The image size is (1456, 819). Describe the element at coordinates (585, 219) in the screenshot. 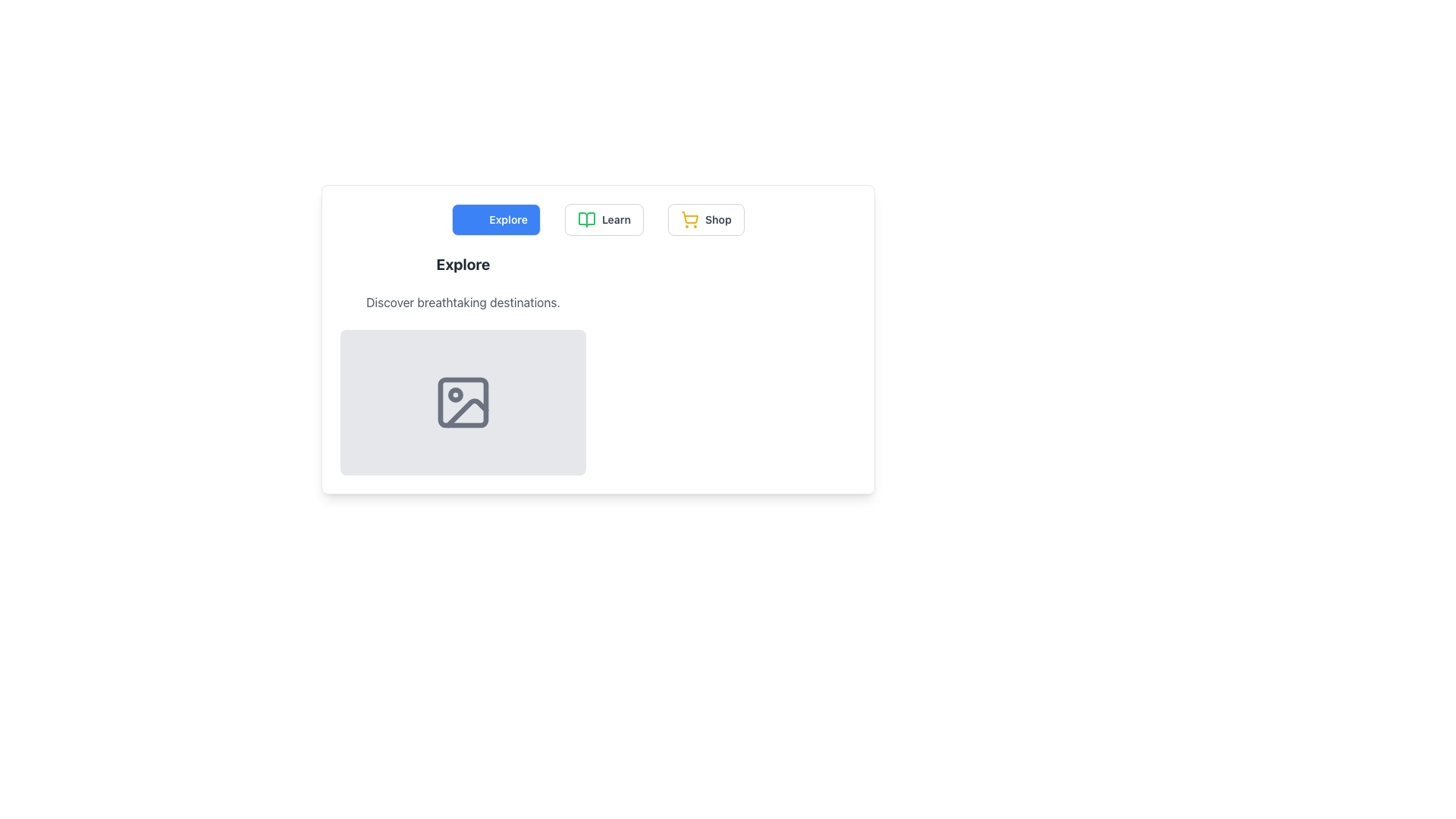

I see `the SVG-based open book icon with a green outline that is part of the button labeled 'Learn', located between the 'Explore' and 'Shop' buttons` at that location.